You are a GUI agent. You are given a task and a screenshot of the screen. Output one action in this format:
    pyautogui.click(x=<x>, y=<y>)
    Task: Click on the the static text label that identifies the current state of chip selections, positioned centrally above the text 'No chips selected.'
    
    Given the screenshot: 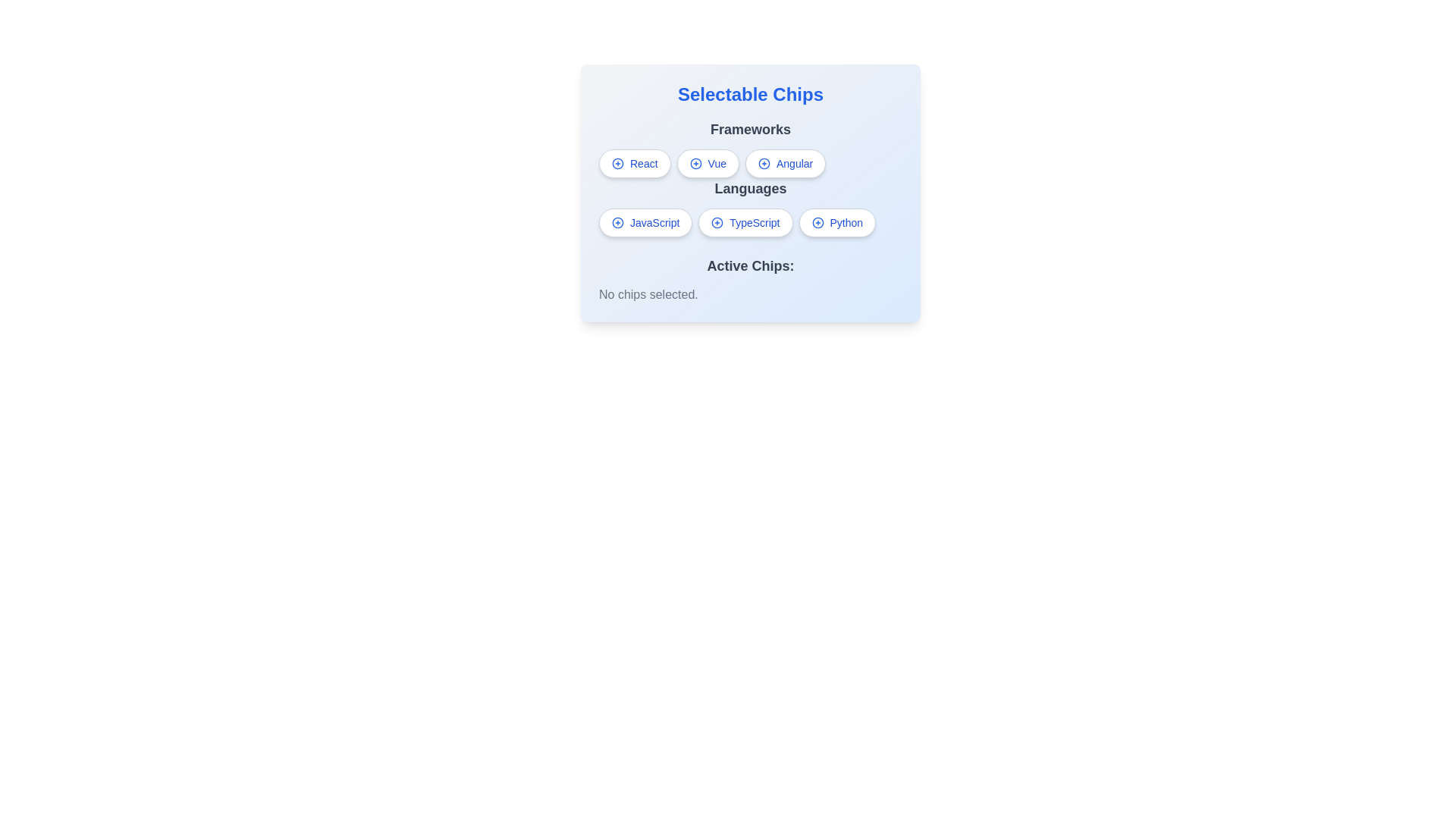 What is the action you would take?
    pyautogui.click(x=750, y=265)
    